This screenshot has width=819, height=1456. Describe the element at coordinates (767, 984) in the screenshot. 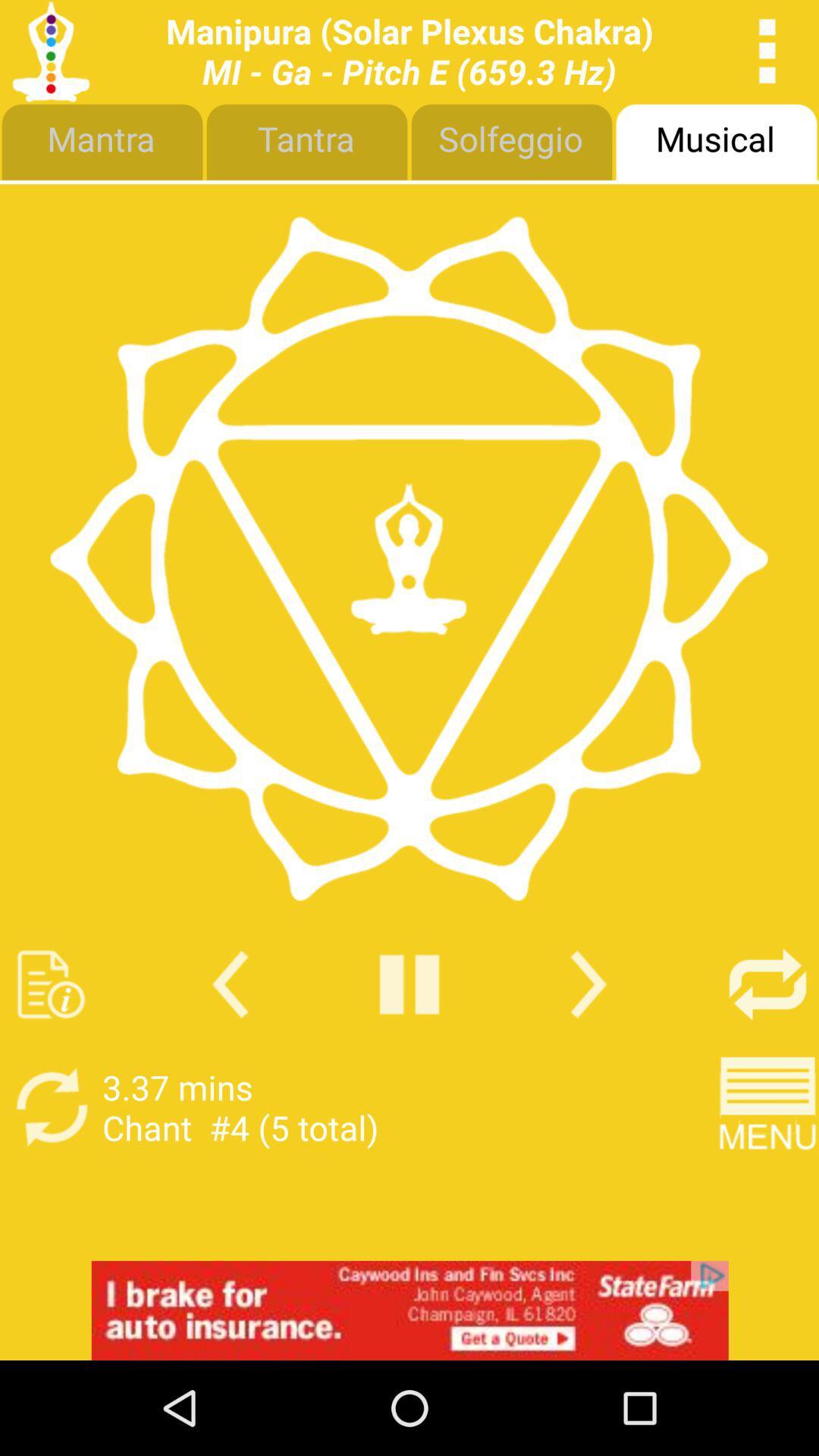

I see `shuffle` at that location.